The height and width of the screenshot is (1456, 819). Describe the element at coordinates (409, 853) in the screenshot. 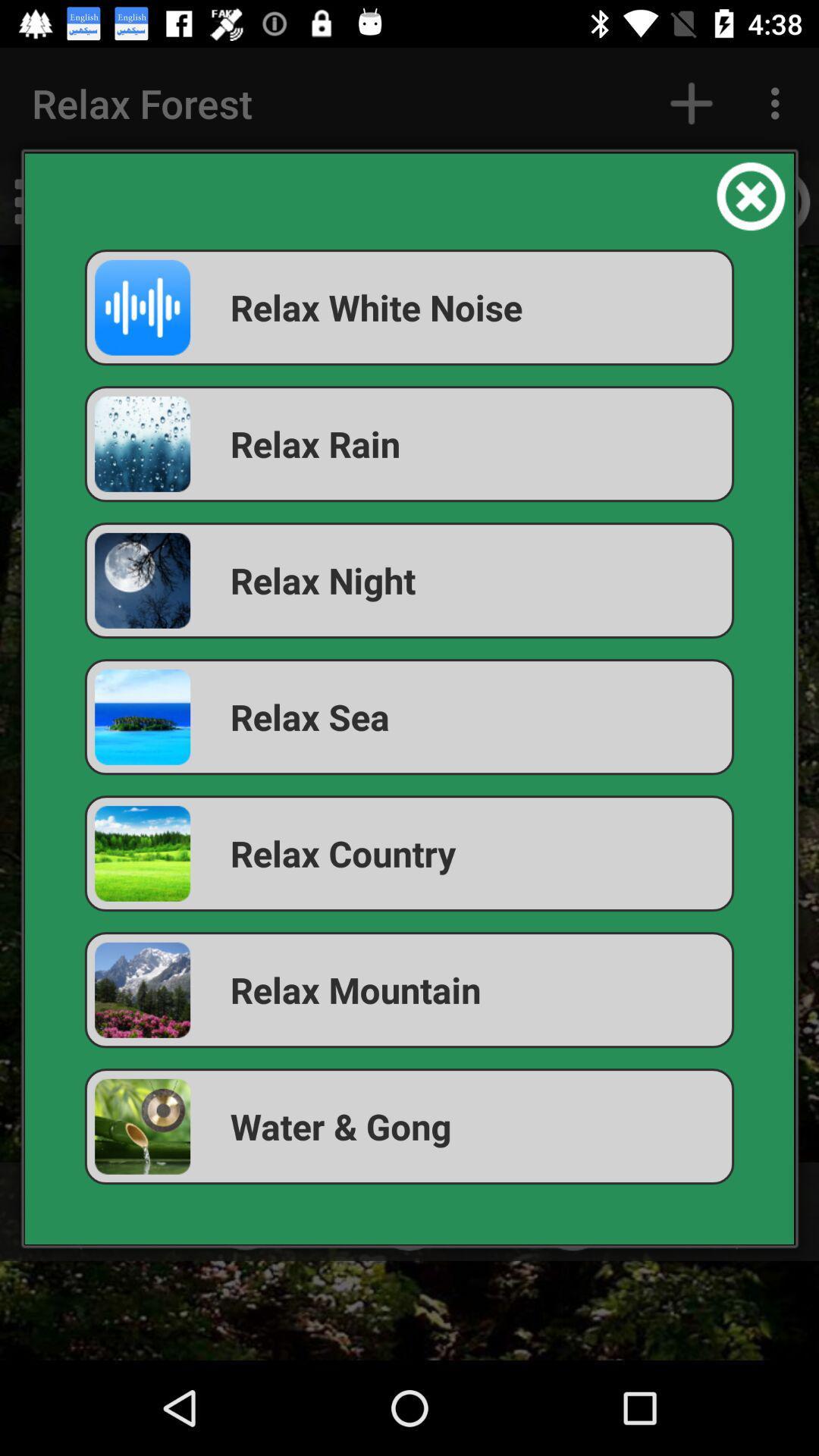

I see `the icon below the relax sea app` at that location.